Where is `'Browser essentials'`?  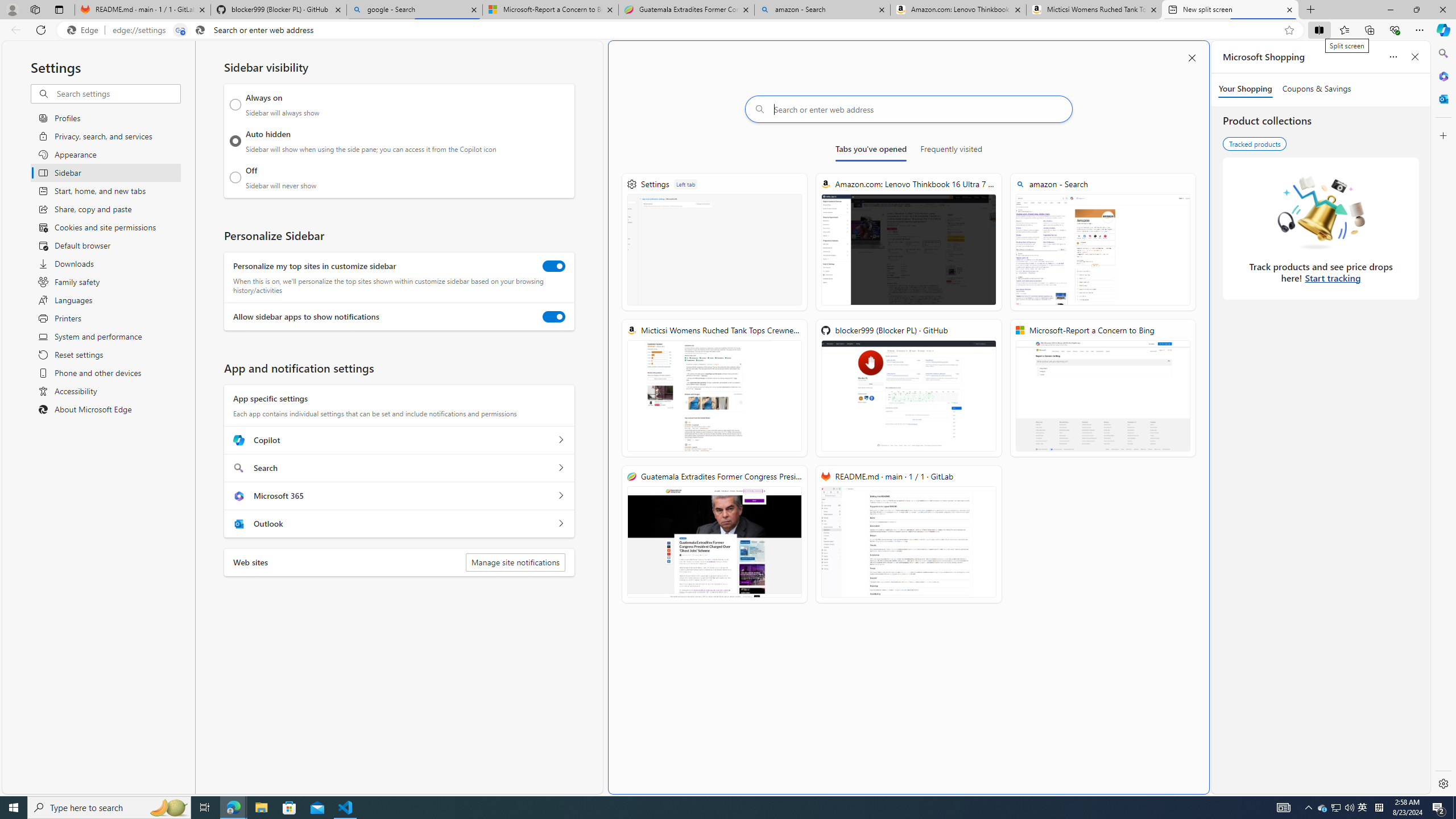 'Browser essentials' is located at coordinates (1394, 29).